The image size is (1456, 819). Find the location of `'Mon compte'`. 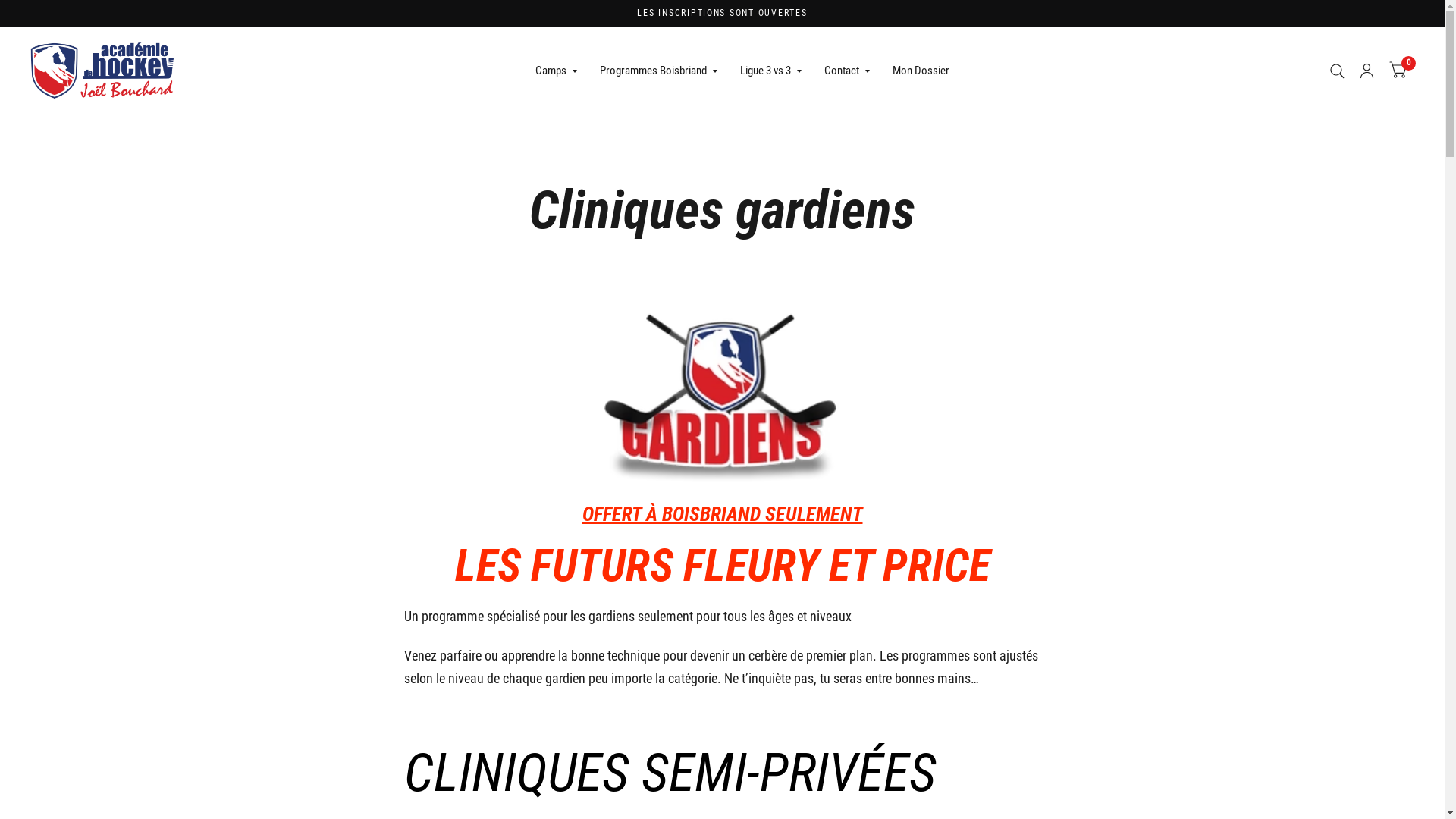

'Mon compte' is located at coordinates (1367, 71).